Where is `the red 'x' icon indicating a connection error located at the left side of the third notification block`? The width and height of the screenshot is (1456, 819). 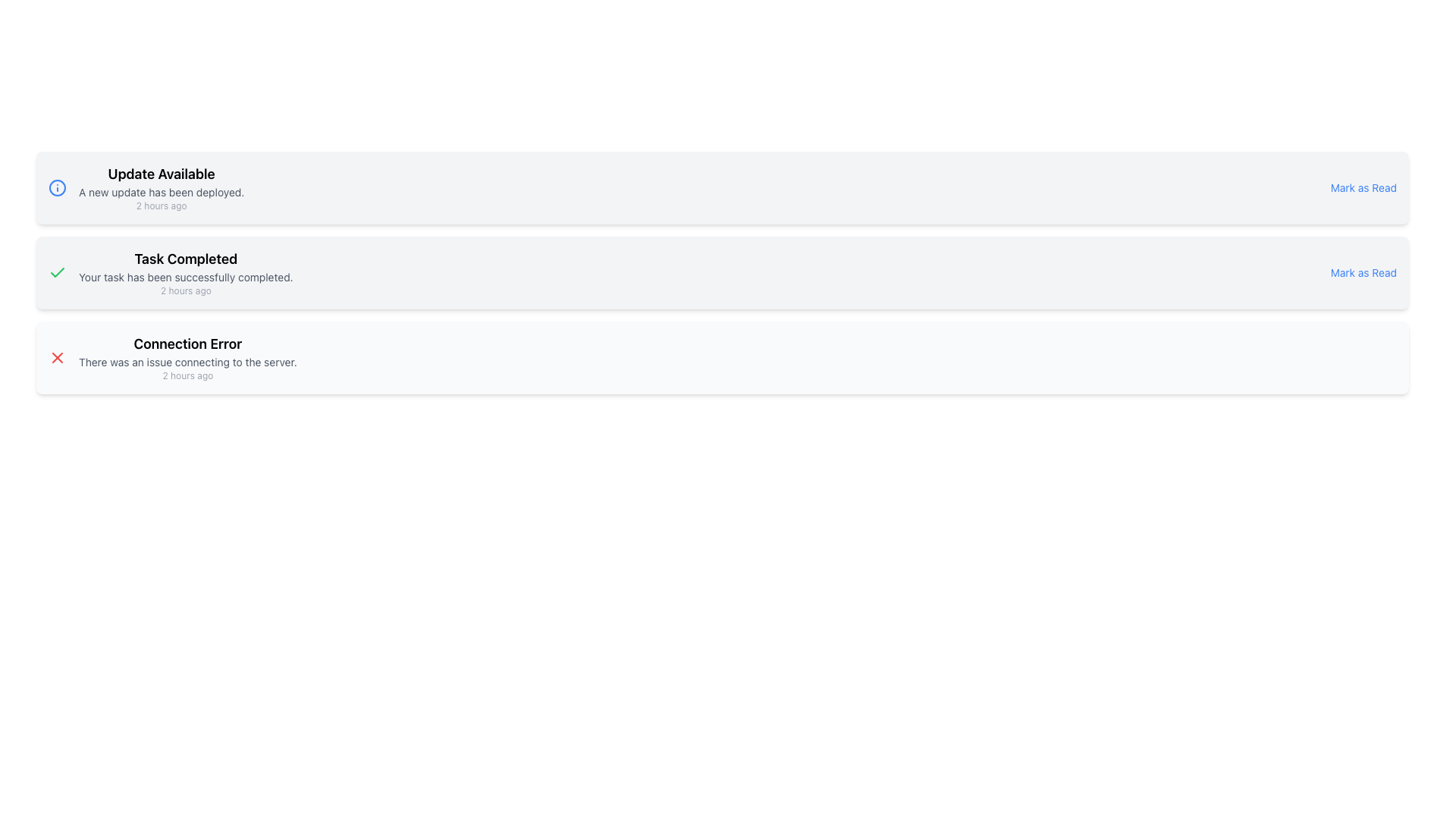
the red 'x' icon indicating a connection error located at the left side of the third notification block is located at coordinates (58, 357).